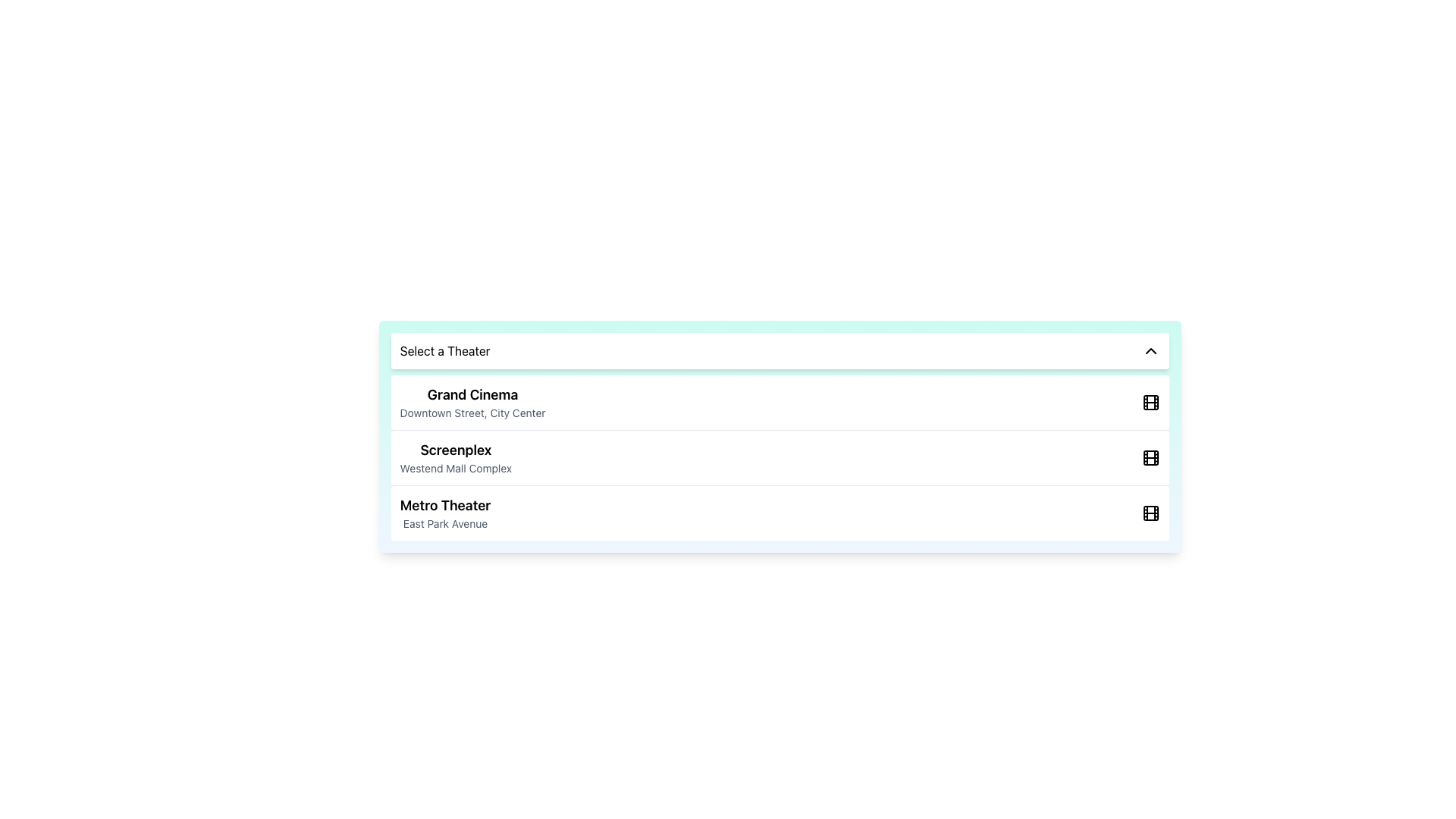 This screenshot has width=1456, height=819. I want to click on the static text element that identifies the theater named 'Screenplex' and 'Westend Mall Complex', located in the middle entry of the list of theaters, so click(455, 450).